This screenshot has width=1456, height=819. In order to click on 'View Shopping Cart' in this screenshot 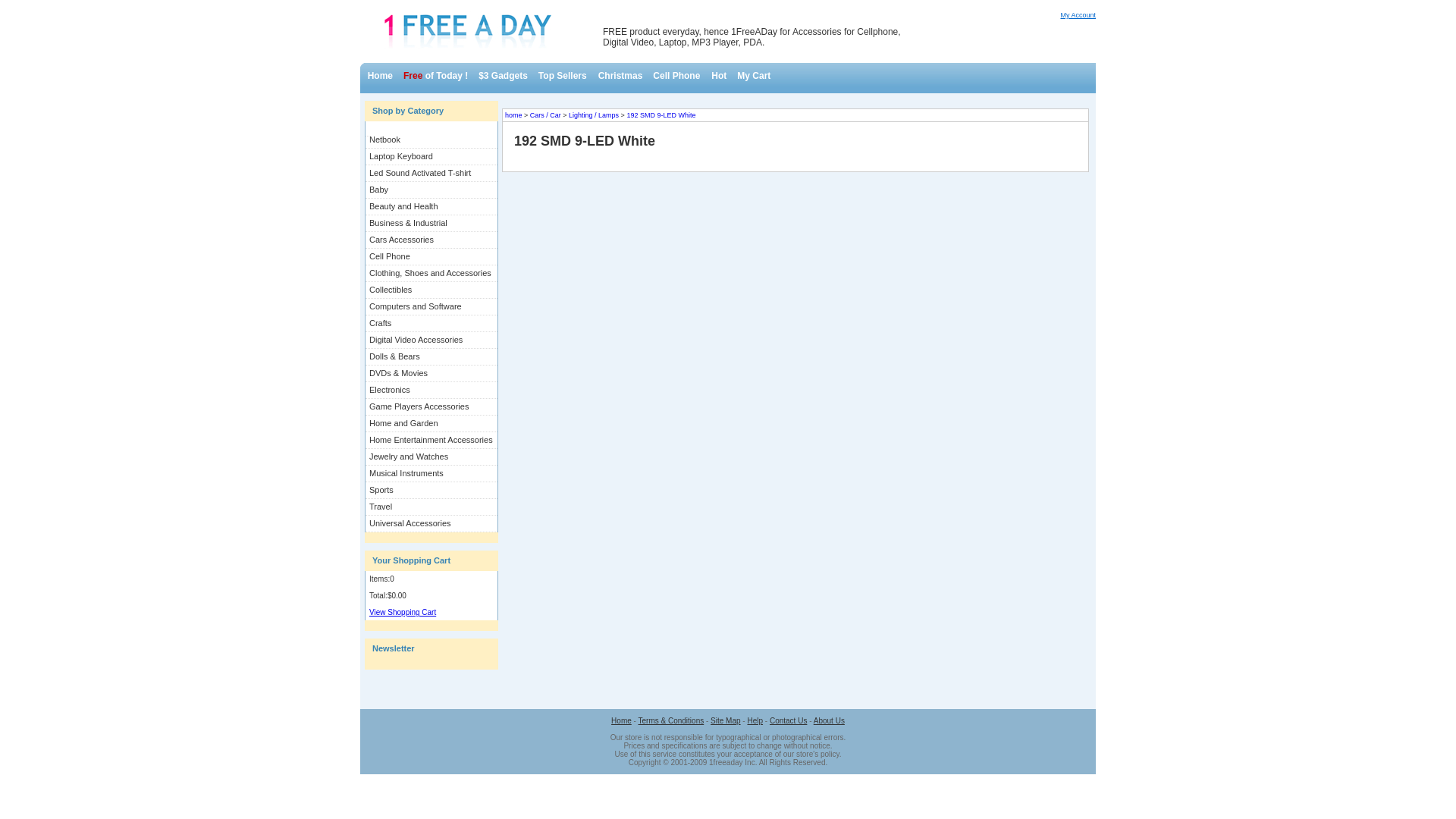, I will do `click(403, 611)`.